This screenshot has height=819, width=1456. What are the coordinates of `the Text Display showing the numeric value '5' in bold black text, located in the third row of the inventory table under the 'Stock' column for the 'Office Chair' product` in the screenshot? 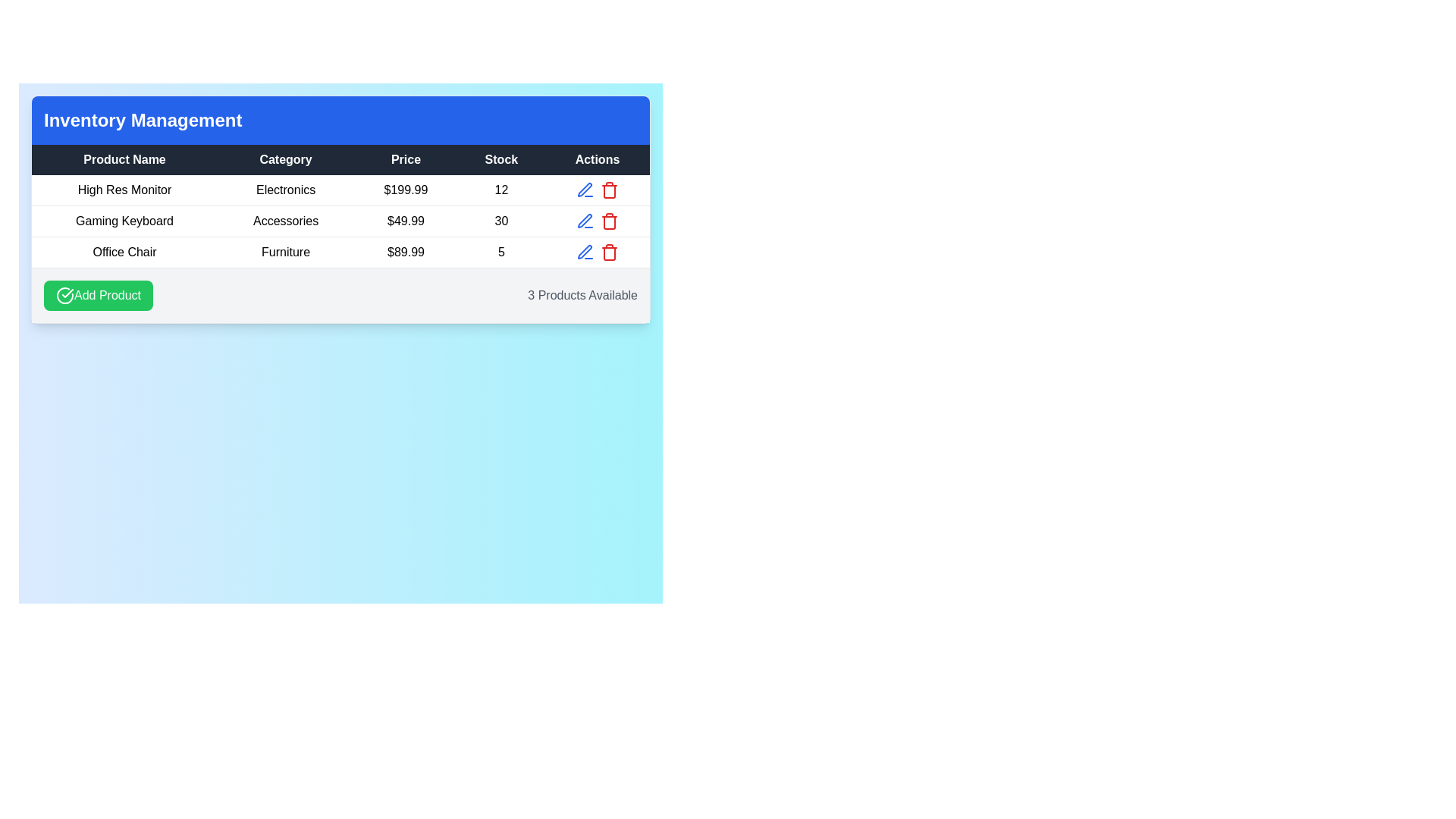 It's located at (501, 251).